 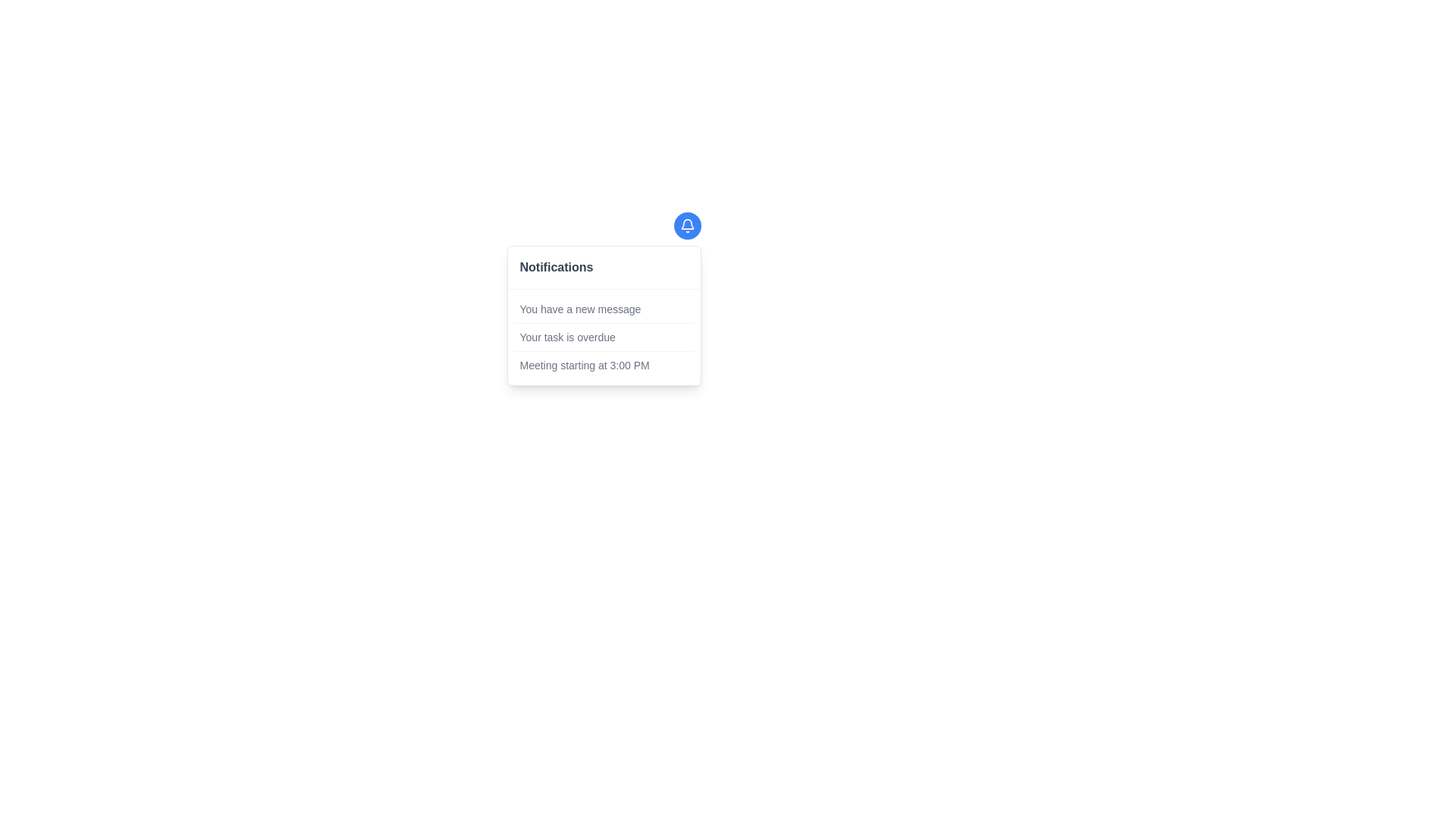 I want to click on bold text label 'Notifications' displayed in dark gray at the top of the notification dropdown panel, so click(x=556, y=267).